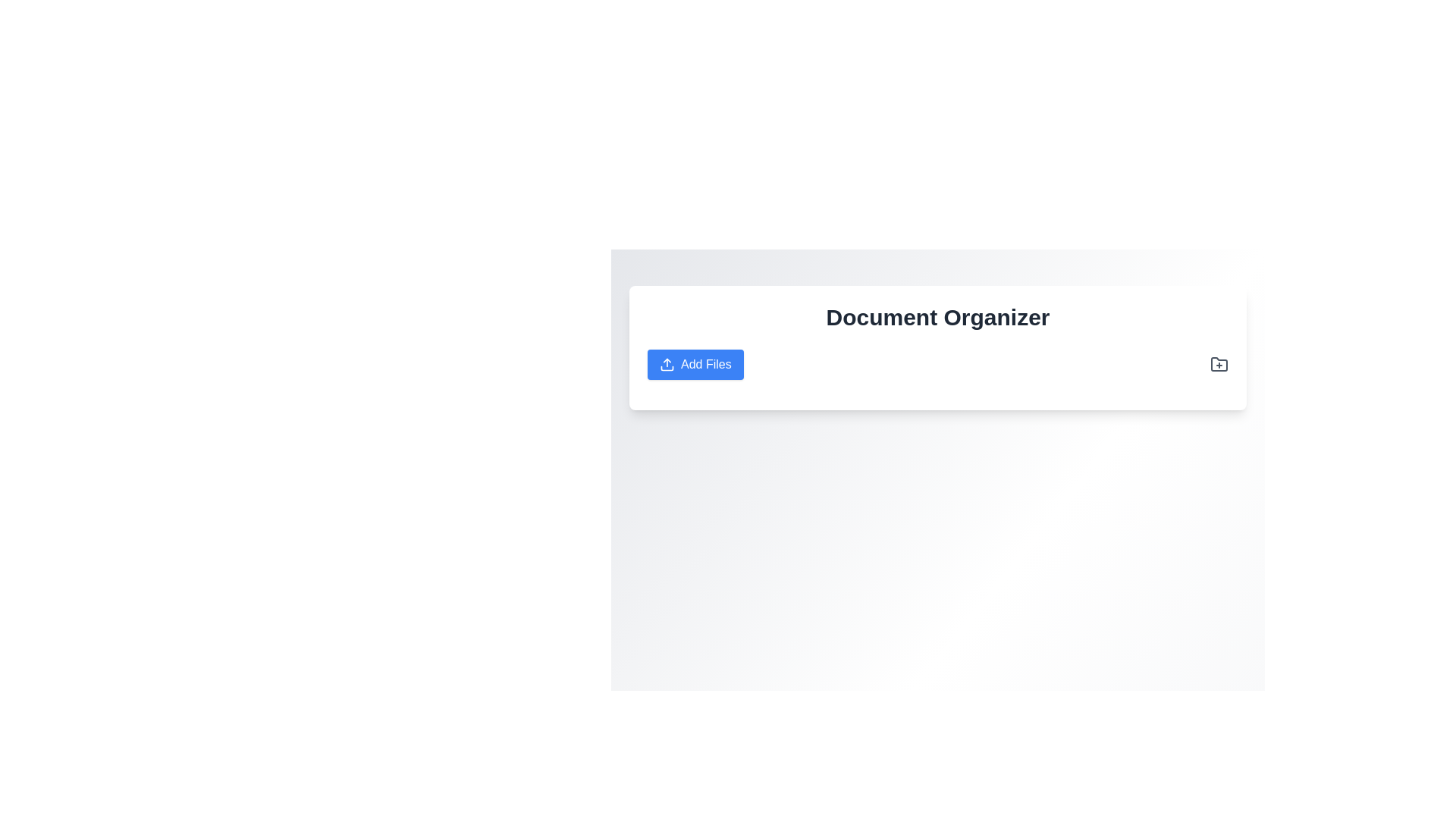 The height and width of the screenshot is (819, 1456). What do you see at coordinates (1219, 363) in the screenshot?
I see `the icon button located in the 'Document Organizer' section at the top right corner` at bounding box center [1219, 363].